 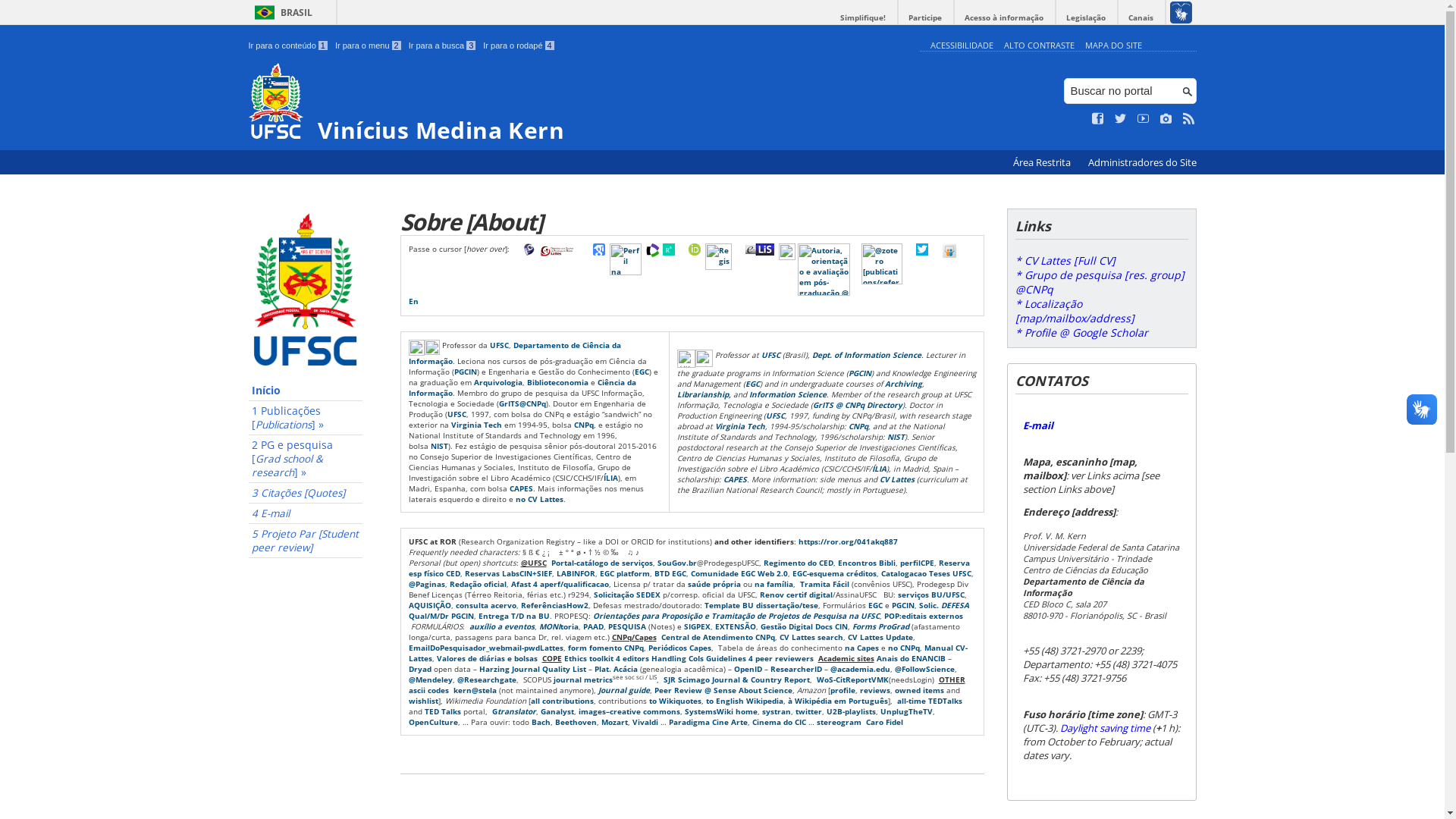 I want to click on 'Information Science', so click(x=787, y=393).